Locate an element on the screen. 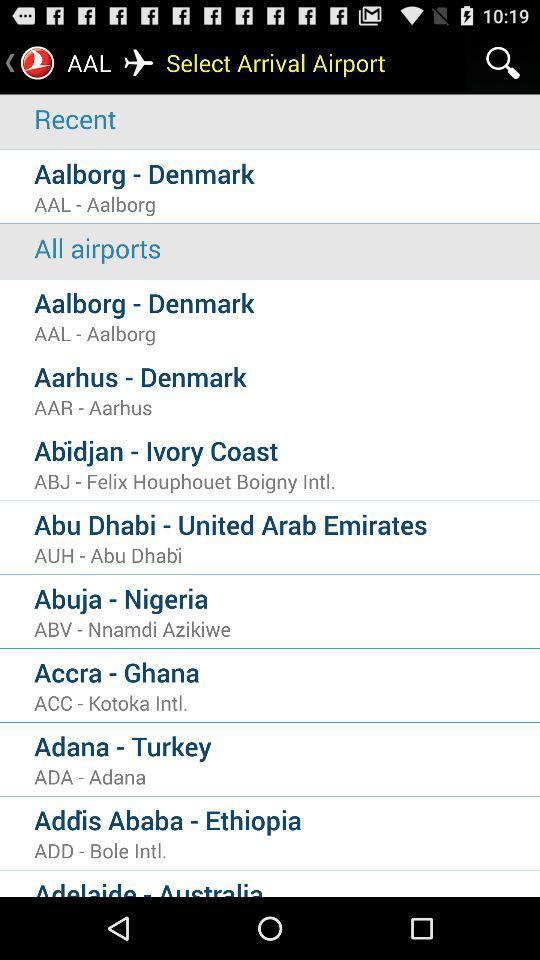 This screenshot has width=540, height=960. all airports item is located at coordinates (286, 247).